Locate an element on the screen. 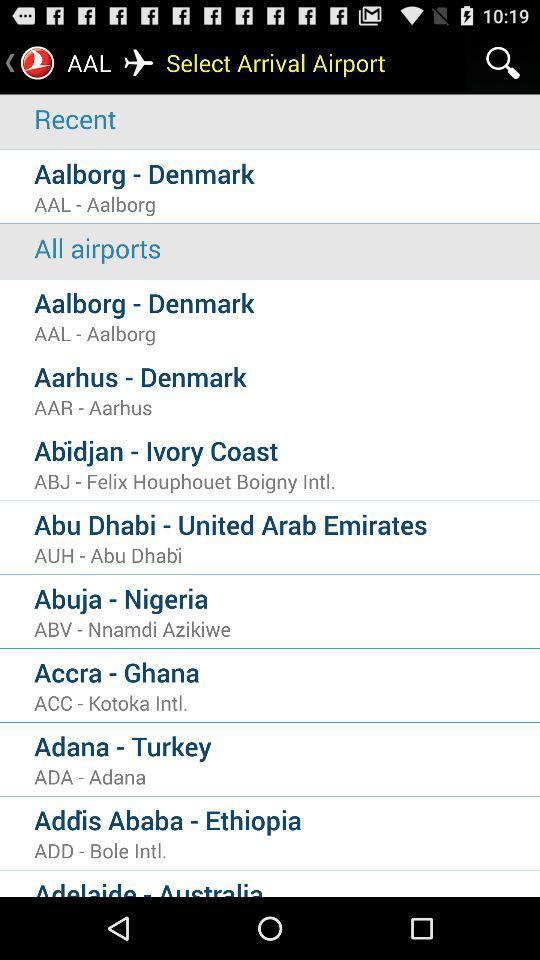 This screenshot has width=540, height=960. all airports item is located at coordinates (286, 247).